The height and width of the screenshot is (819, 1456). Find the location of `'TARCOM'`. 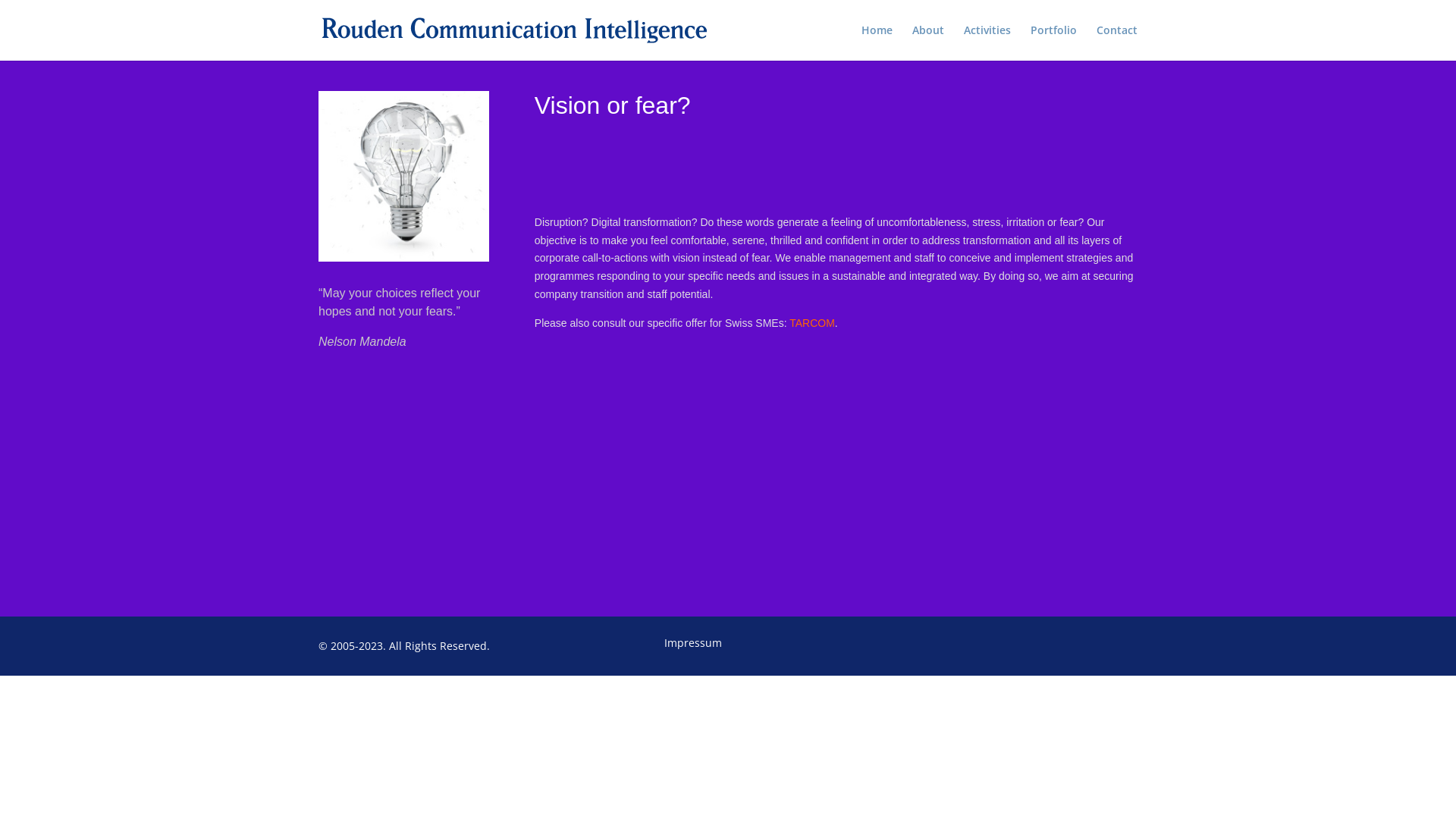

'TARCOM' is located at coordinates (811, 322).